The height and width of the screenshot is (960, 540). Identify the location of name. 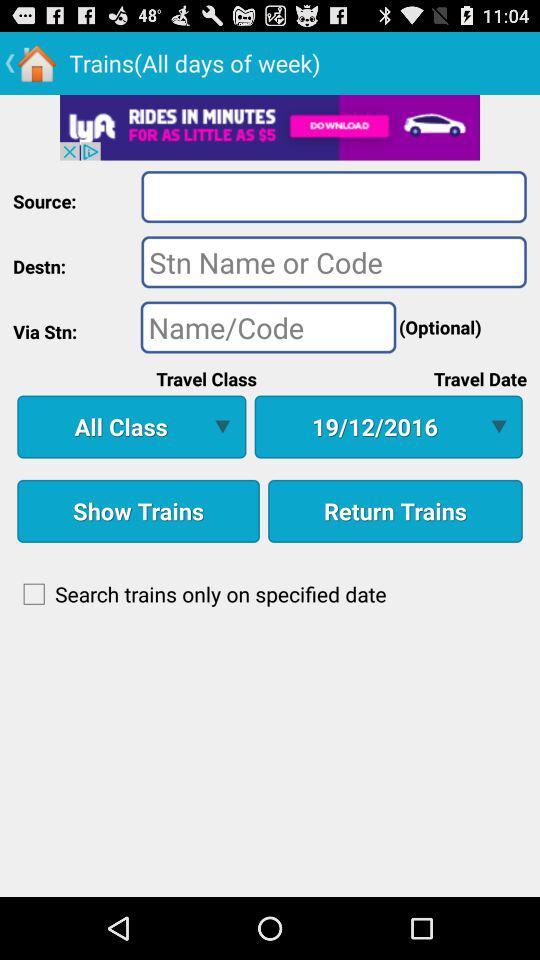
(268, 327).